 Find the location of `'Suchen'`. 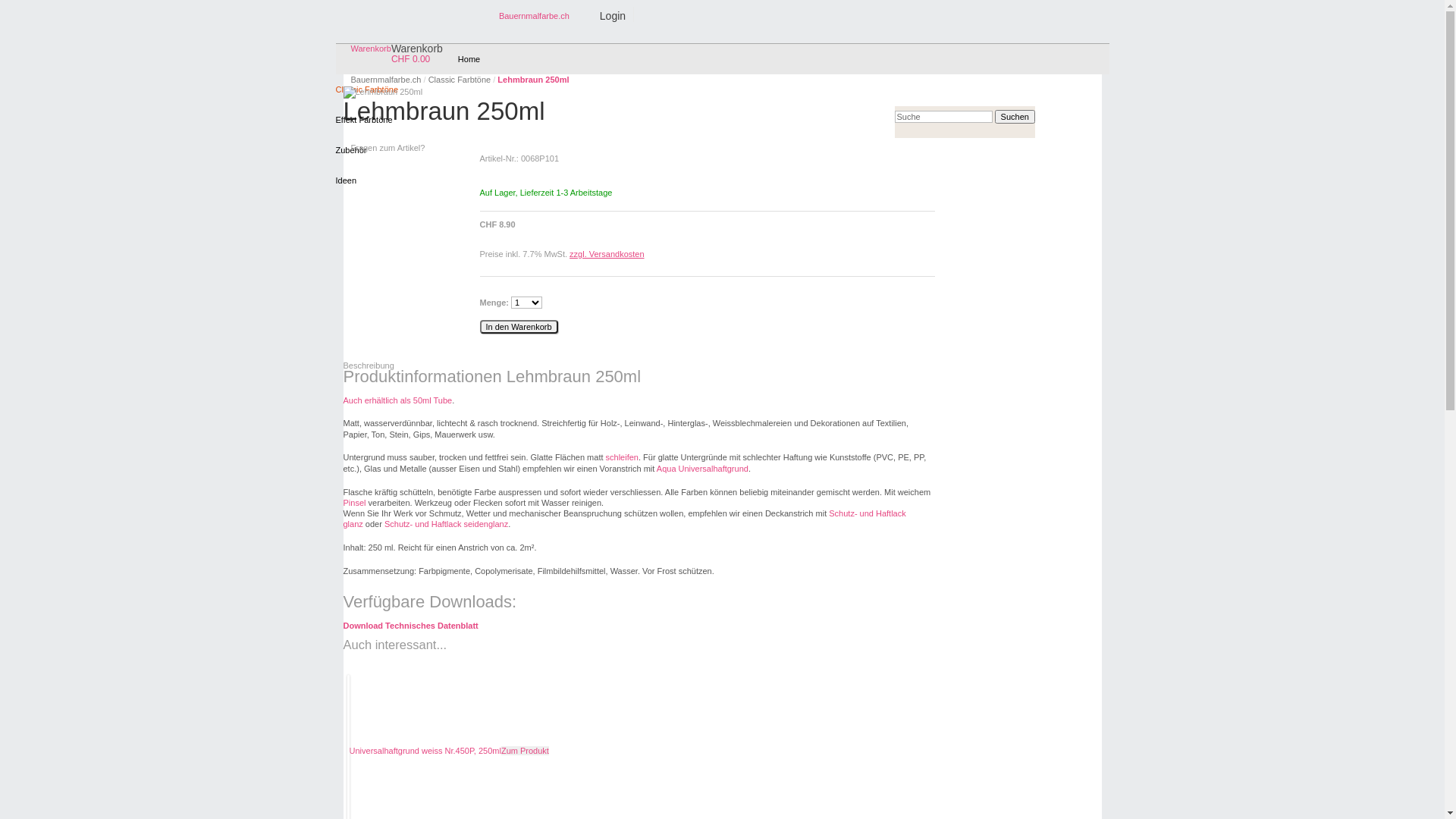

'Suchen' is located at coordinates (1015, 116).